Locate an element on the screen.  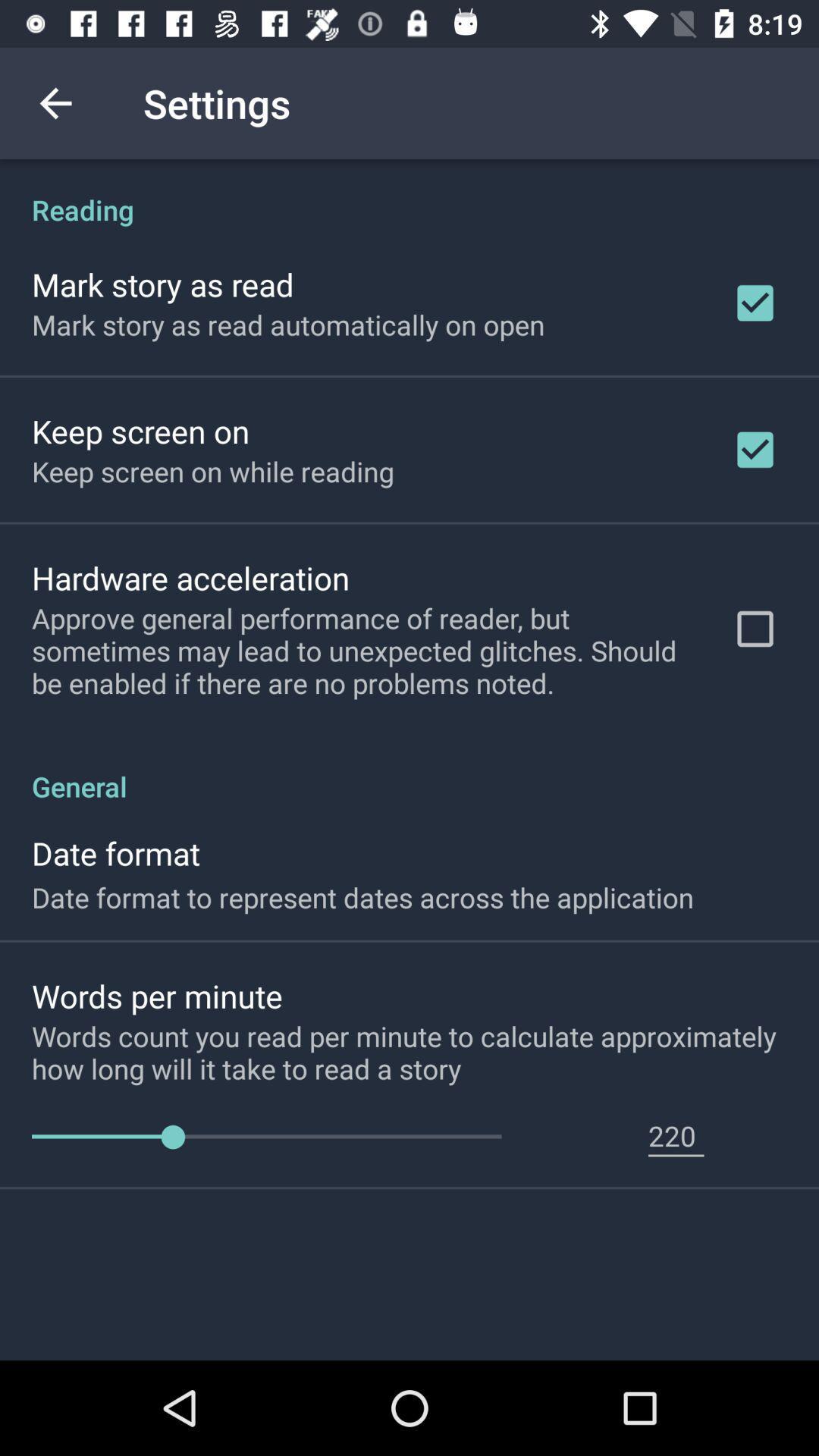
the words count you icon is located at coordinates (425, 1051).